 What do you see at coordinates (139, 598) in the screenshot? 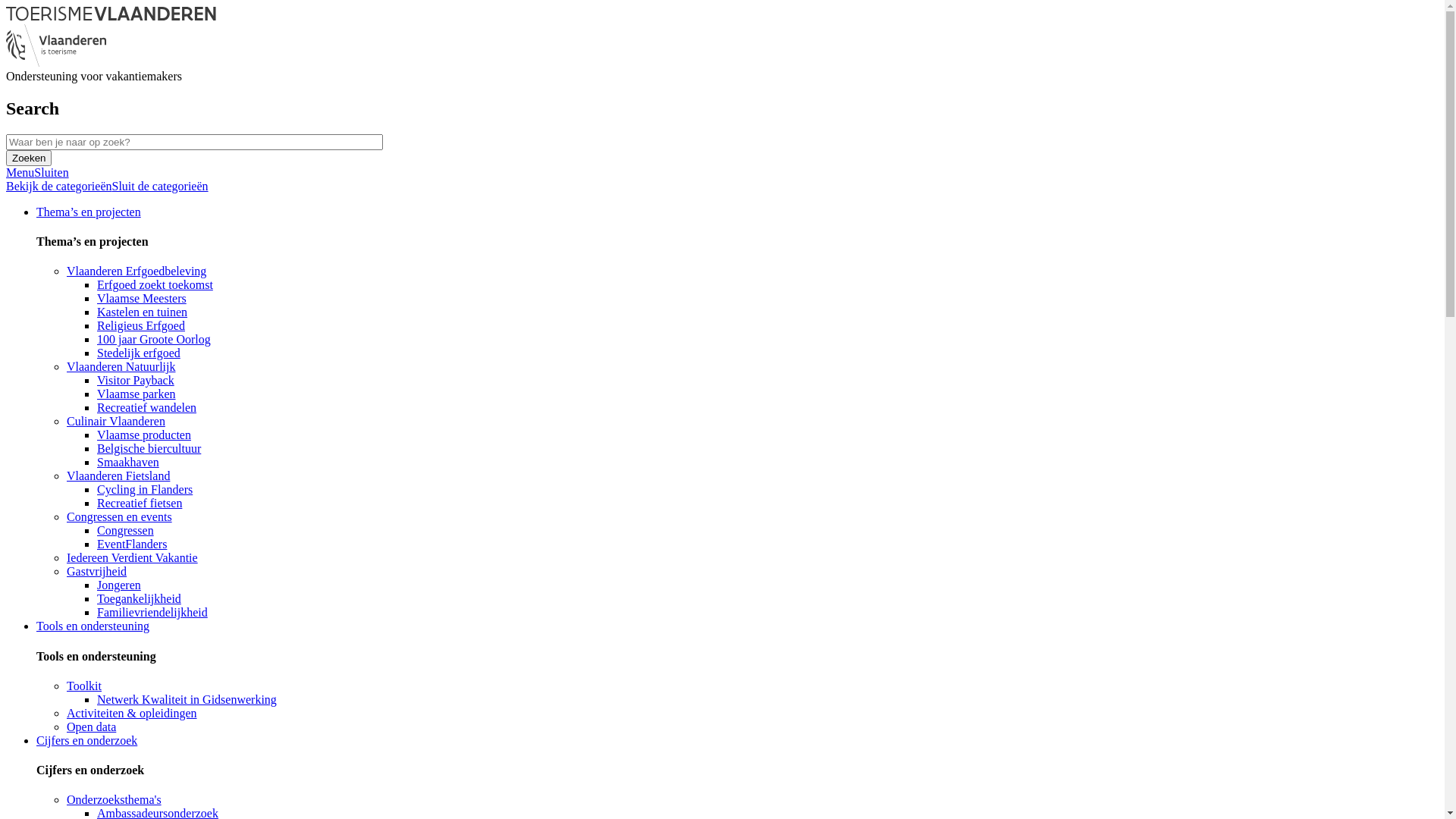
I see `'Toegankelijkheid'` at bounding box center [139, 598].